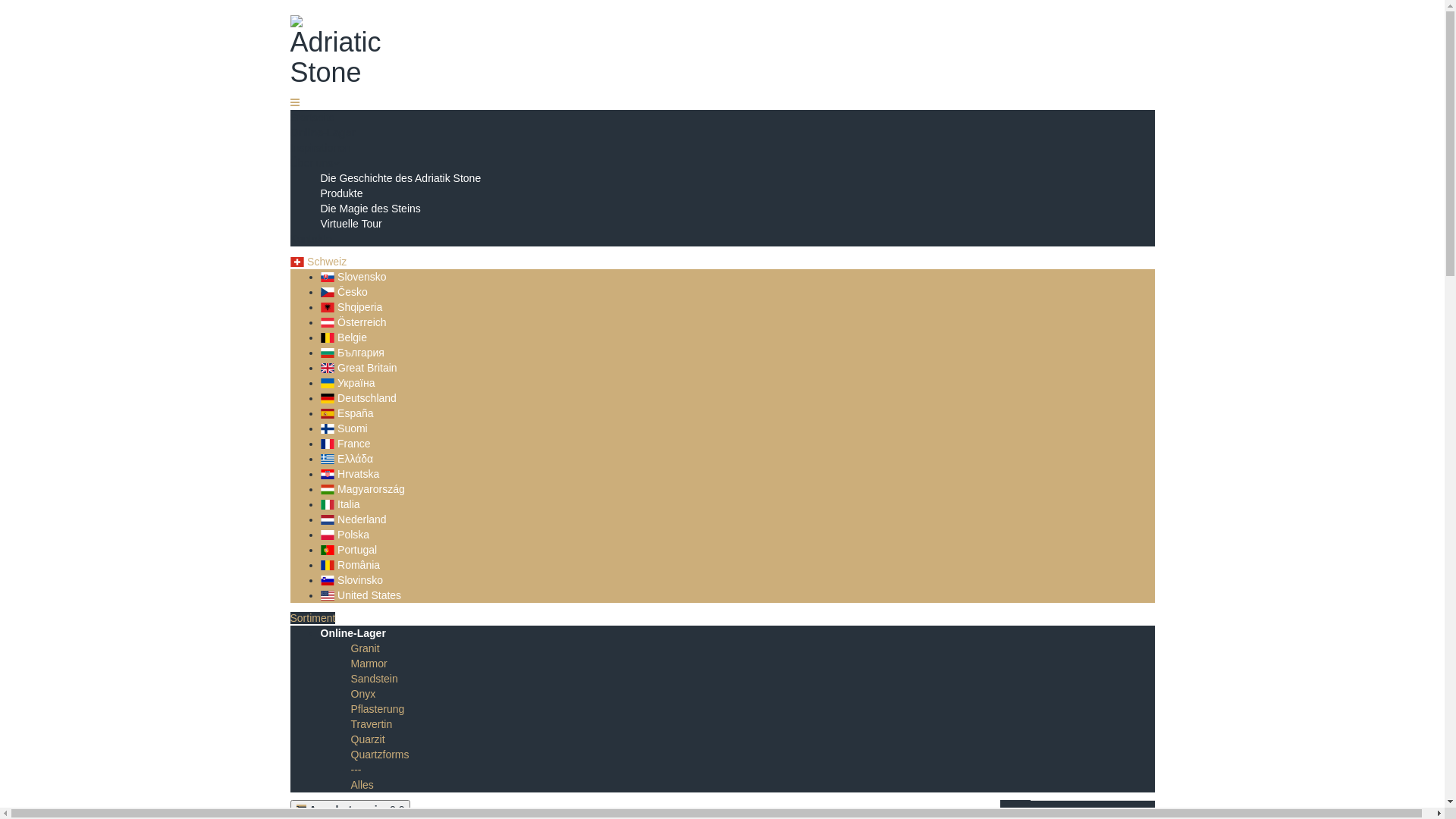 The height and width of the screenshot is (819, 1456). I want to click on ' Hrvatska', so click(319, 472).